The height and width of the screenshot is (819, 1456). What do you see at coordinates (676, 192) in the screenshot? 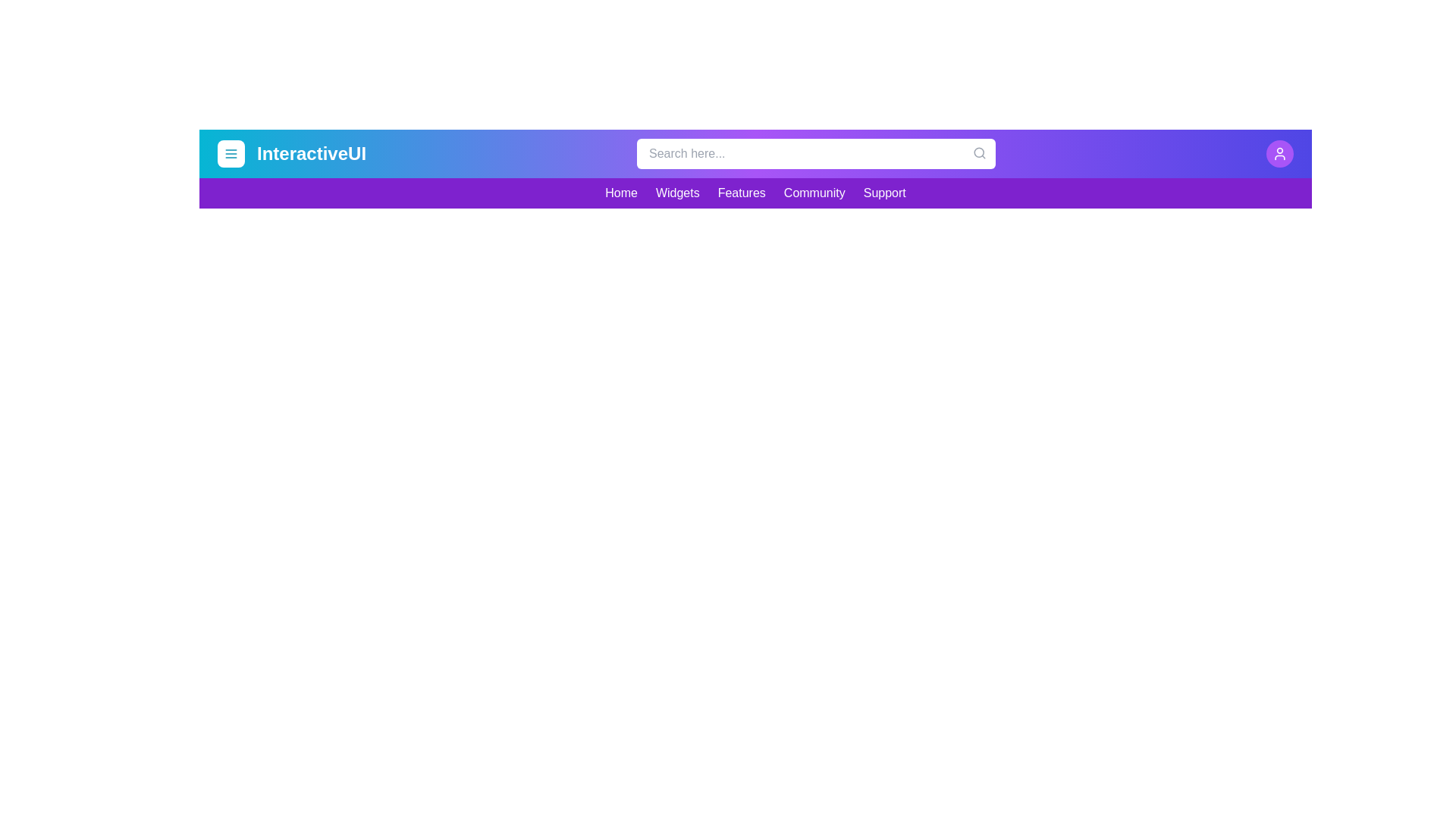
I see `the navigation link labeled Widgets` at bounding box center [676, 192].